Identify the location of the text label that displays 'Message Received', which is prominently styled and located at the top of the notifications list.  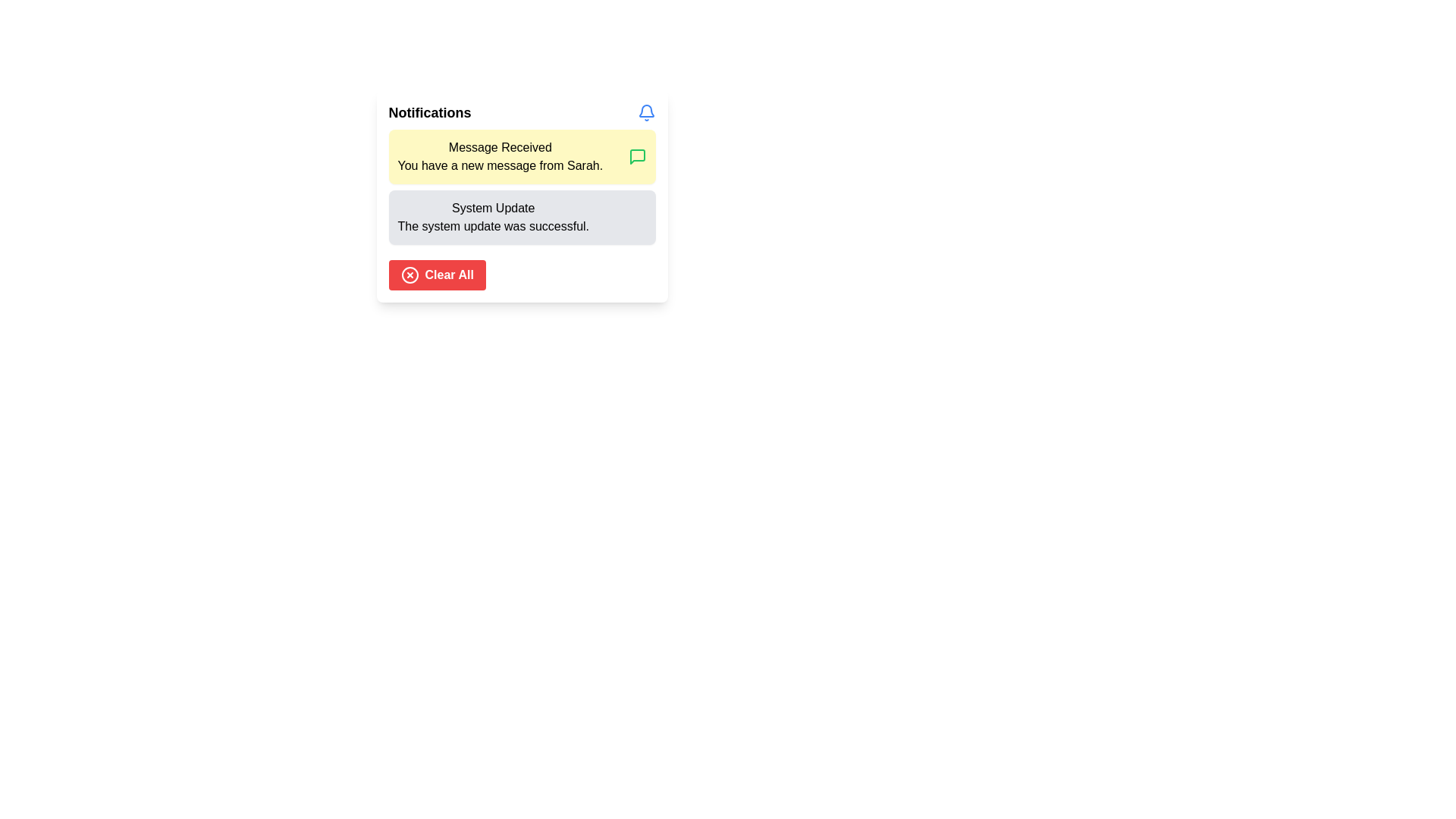
(500, 148).